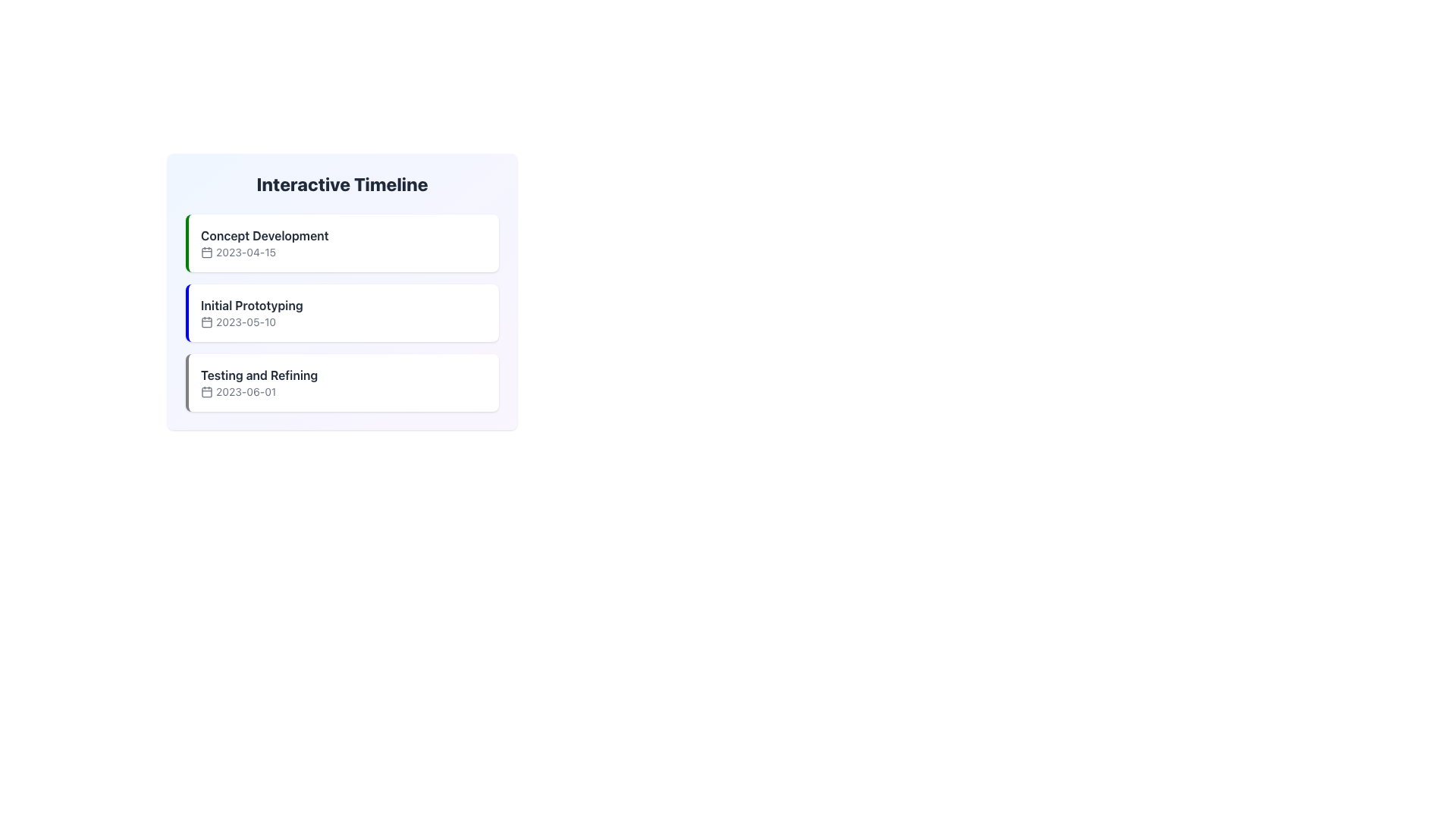 The width and height of the screenshot is (1456, 819). What do you see at coordinates (252, 321) in the screenshot?
I see `the informational text label indicating the date for the 'Initial Prototyping' milestone in the second row of the timeline interface` at bounding box center [252, 321].